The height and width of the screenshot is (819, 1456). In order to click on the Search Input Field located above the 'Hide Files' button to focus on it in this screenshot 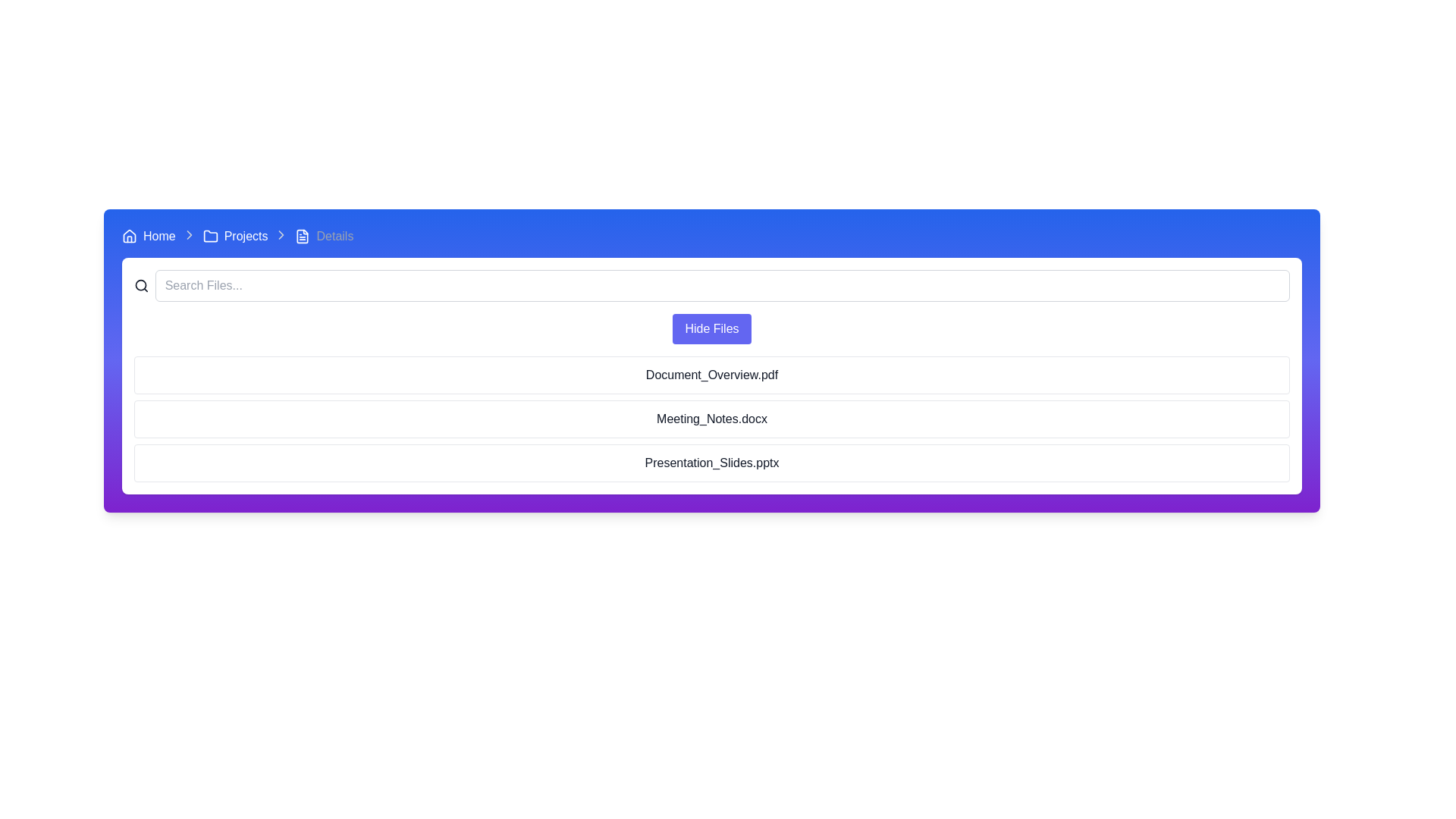, I will do `click(711, 286)`.